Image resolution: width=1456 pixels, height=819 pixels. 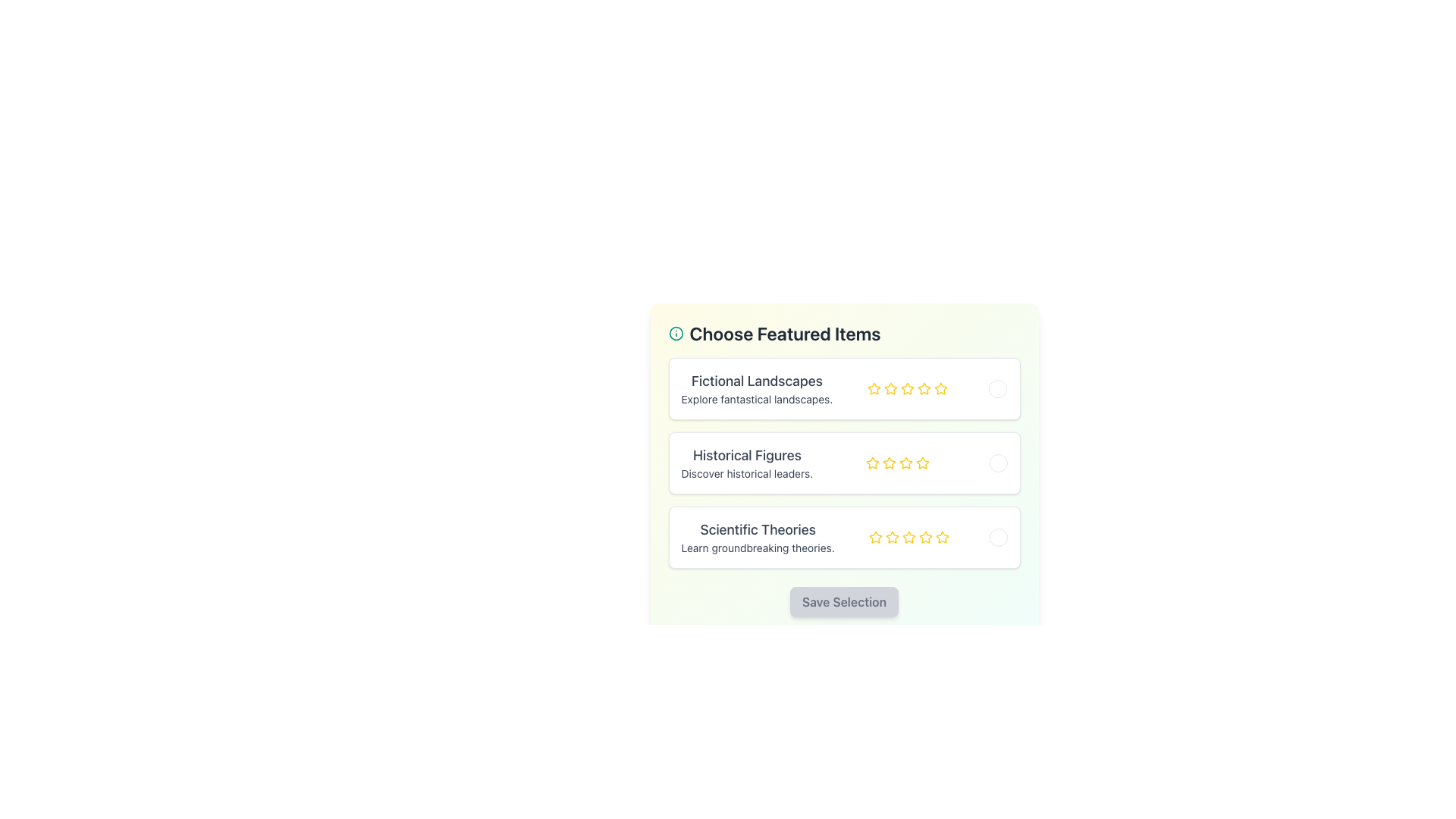 What do you see at coordinates (998, 537) in the screenshot?
I see `the radio button located at the far right of the 'Scientific Theories' section` at bounding box center [998, 537].